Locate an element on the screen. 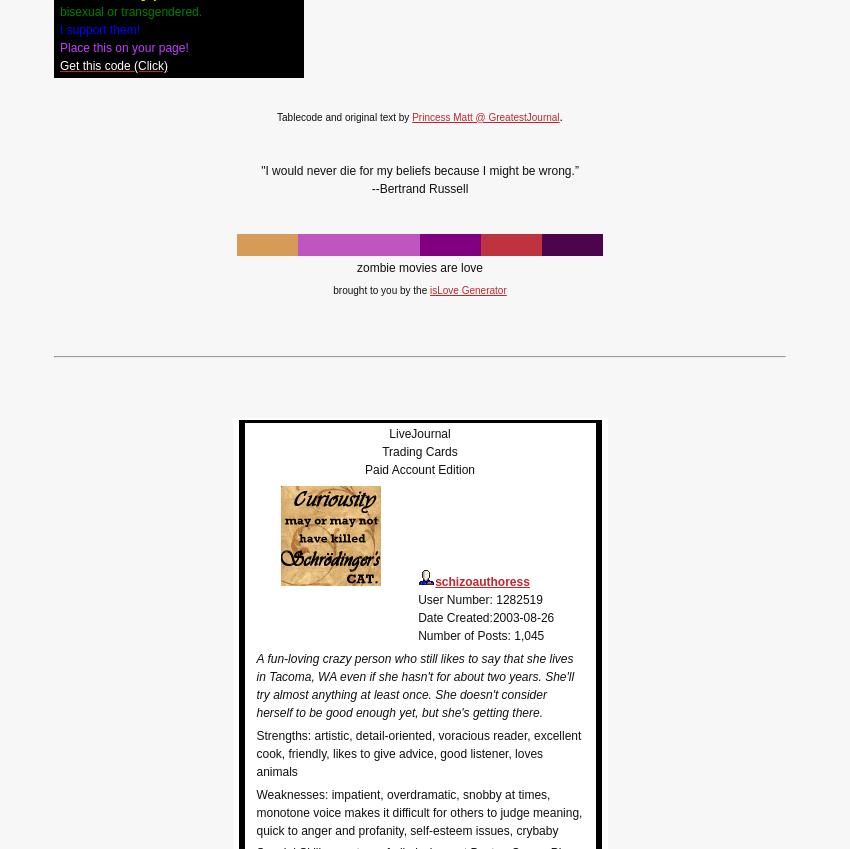 Image resolution: width=850 pixels, height=849 pixels. '1282519' is located at coordinates (518, 598).